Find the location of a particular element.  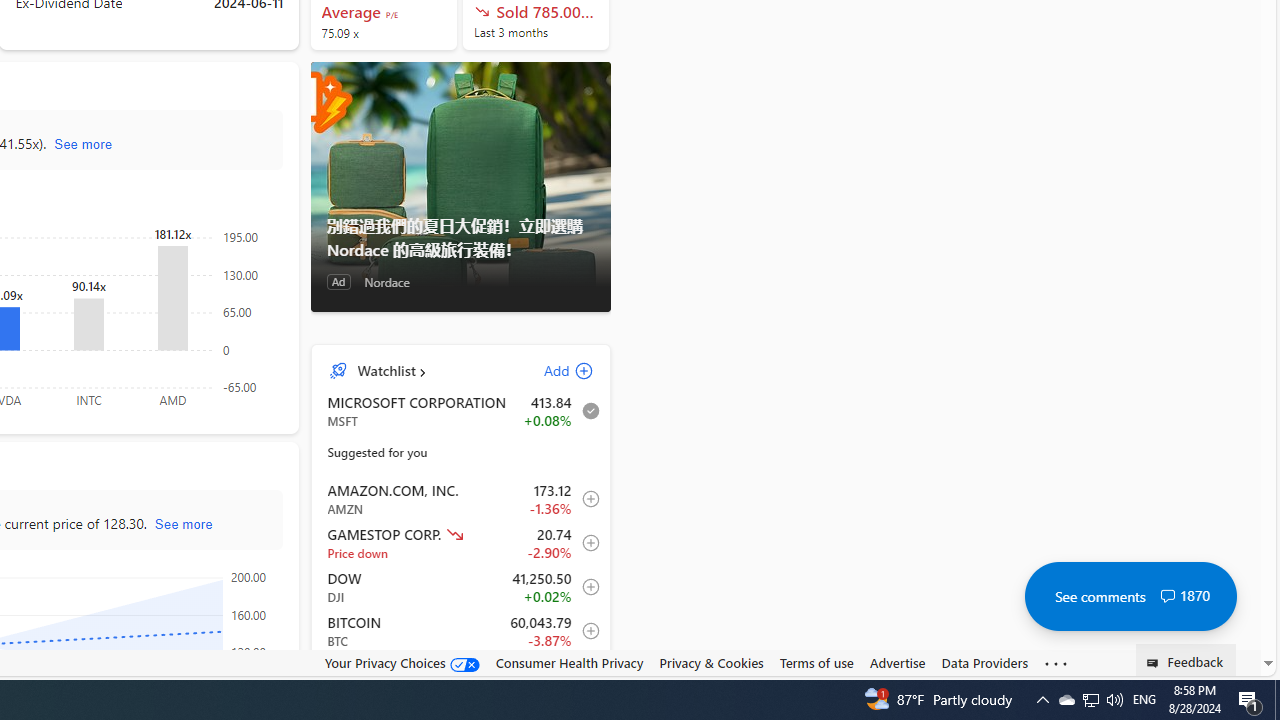

'Consumer Health Privacy' is located at coordinates (568, 663).